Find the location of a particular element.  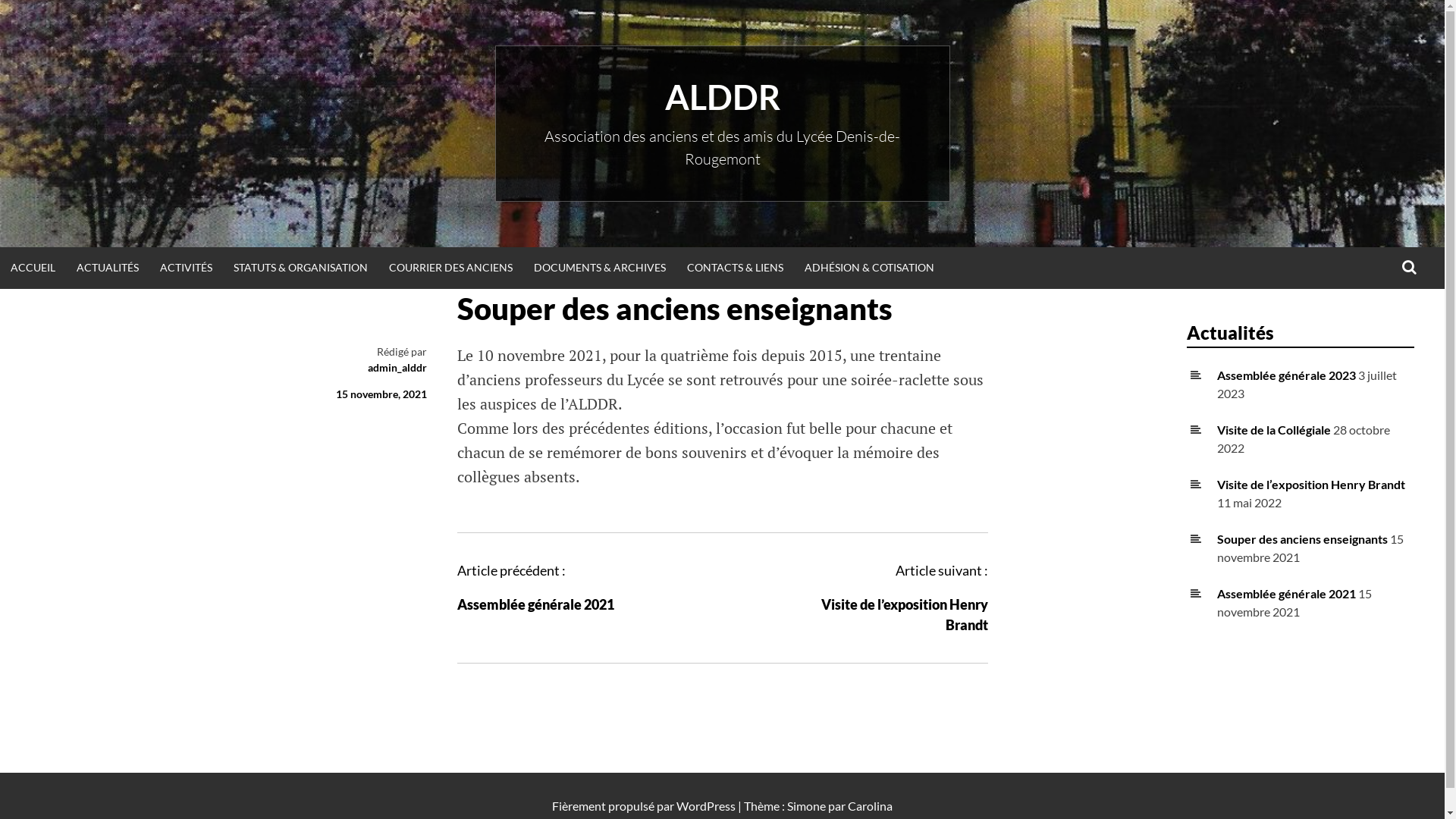

'ACCUEIL' is located at coordinates (33, 267).